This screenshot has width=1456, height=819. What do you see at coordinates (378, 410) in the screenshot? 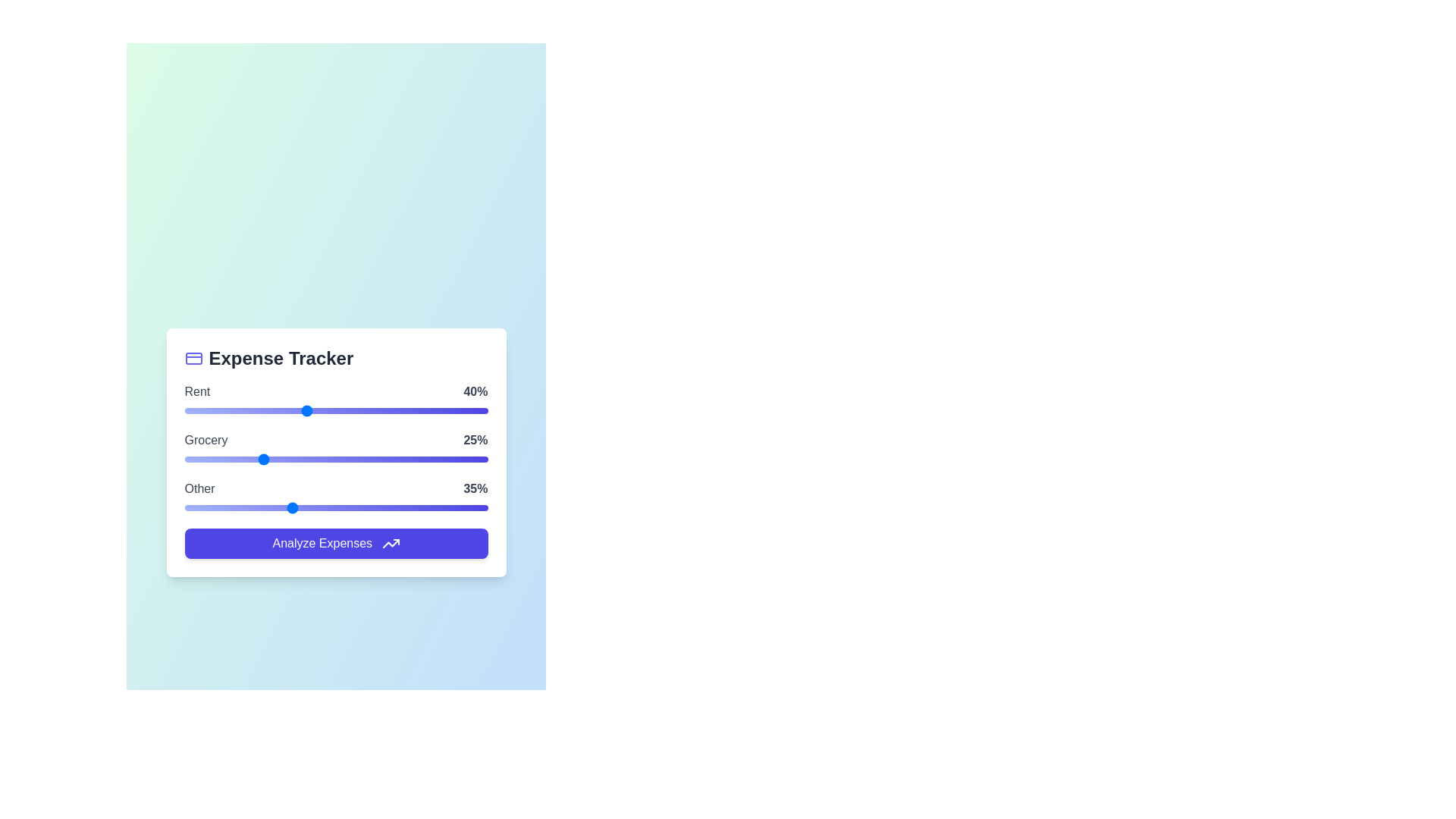
I see `the 'Rent' slider to 64%` at bounding box center [378, 410].